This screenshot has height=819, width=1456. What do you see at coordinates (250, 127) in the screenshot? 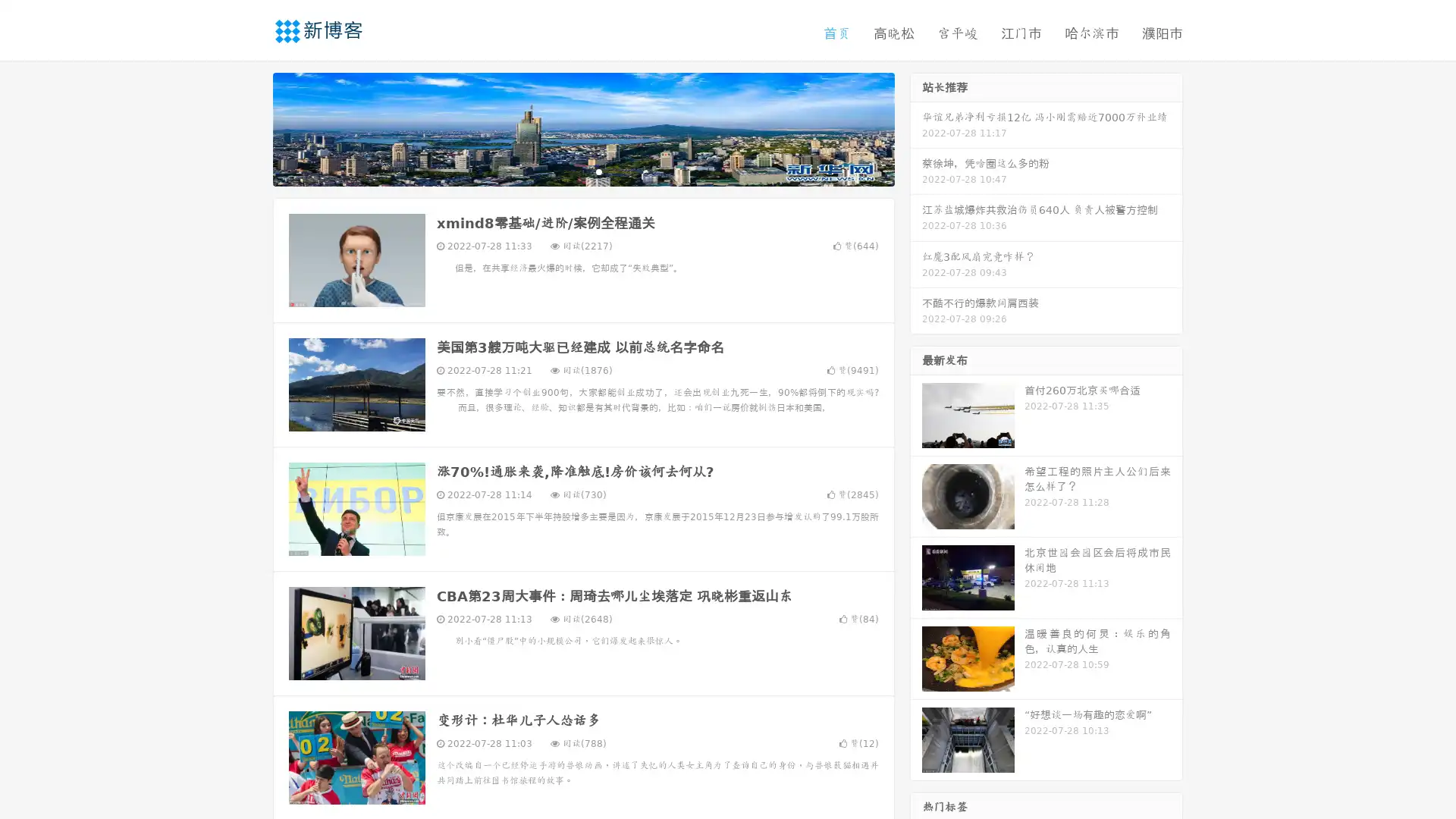
I see `Previous slide` at bounding box center [250, 127].